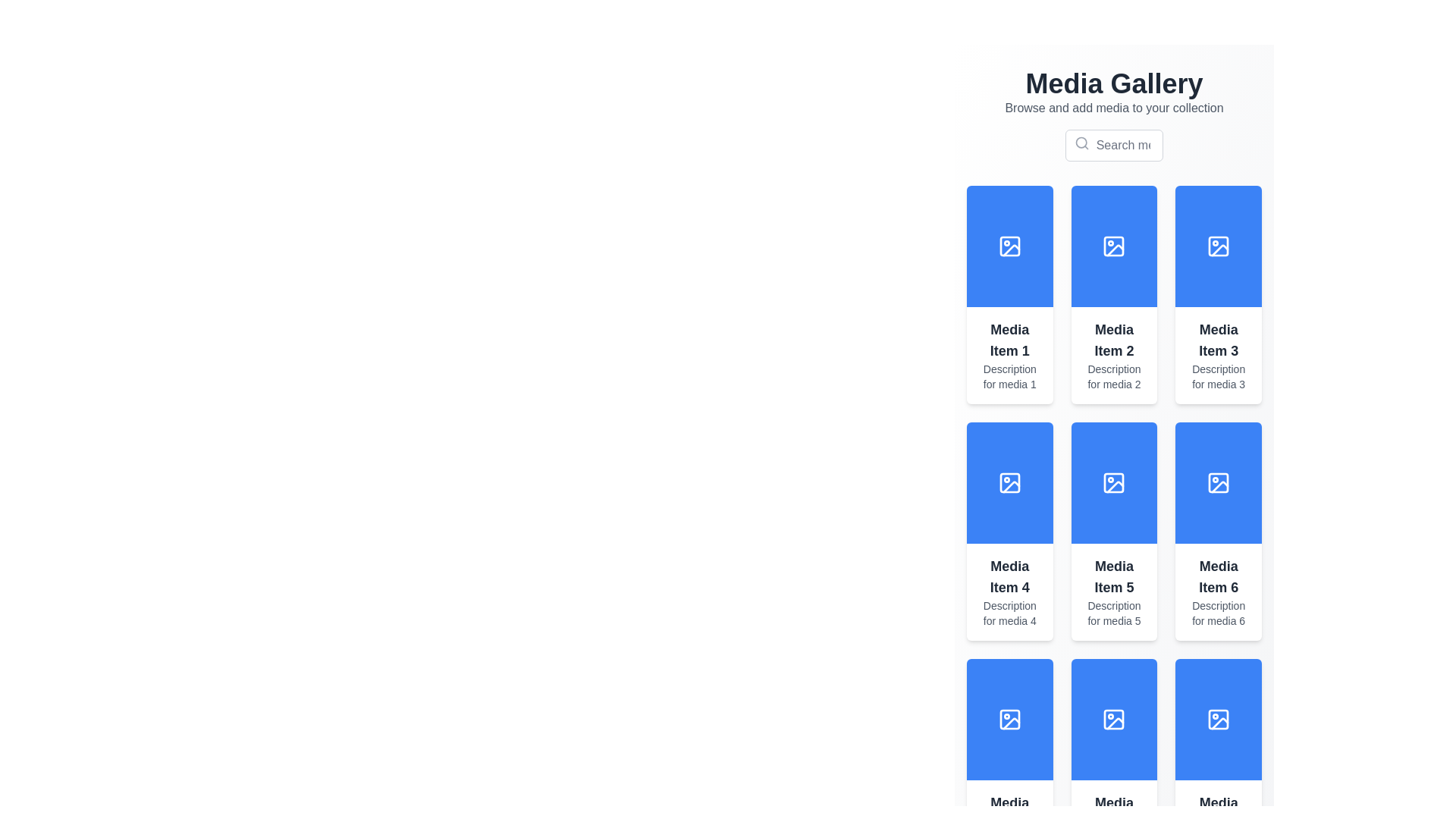 Image resolution: width=1456 pixels, height=819 pixels. I want to click on the central rectangle of the SVG graphic icon representing an image in the top-left card of the media gallery grid, if interactive, so click(1009, 245).